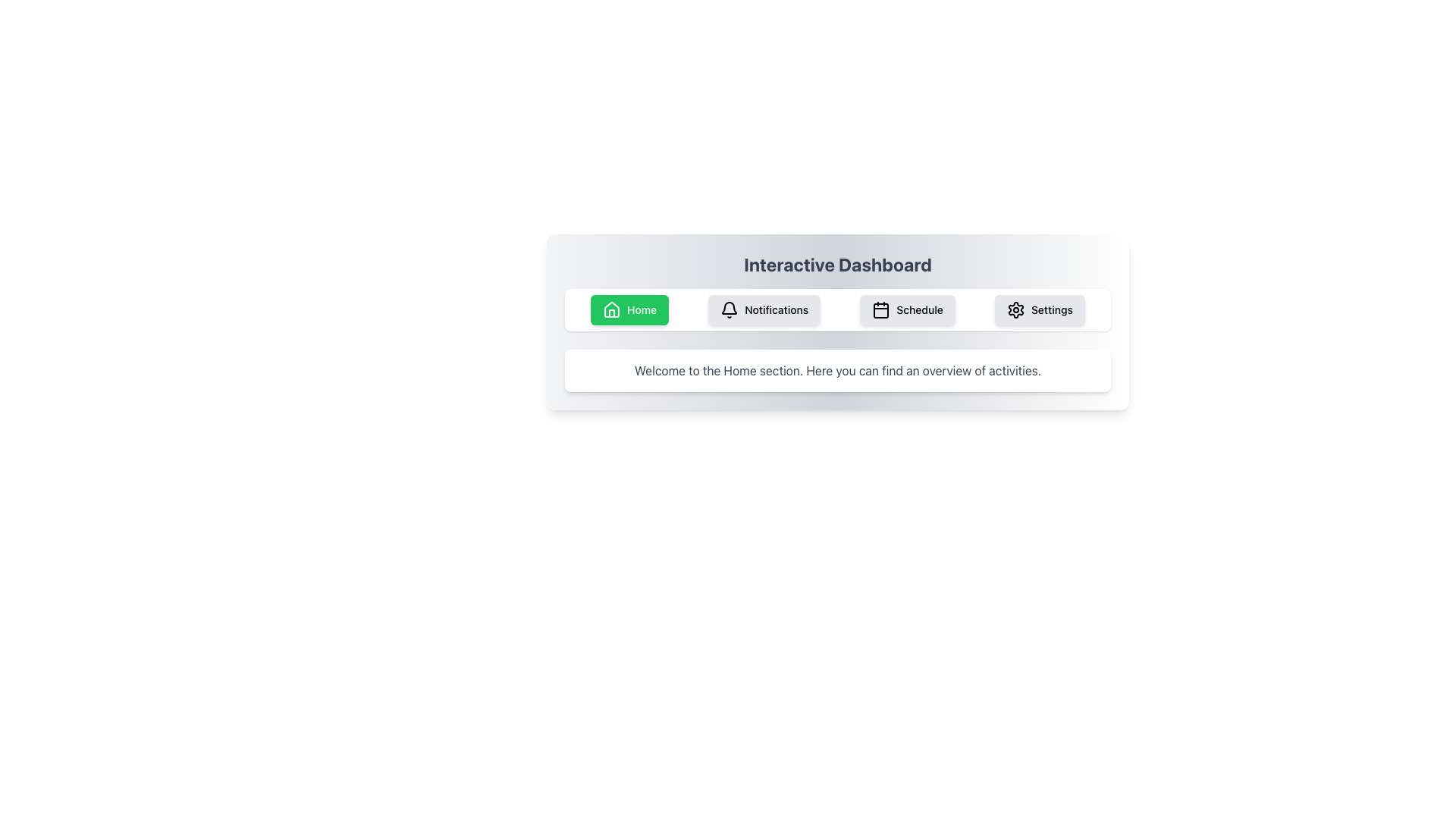 The width and height of the screenshot is (1456, 819). Describe the element at coordinates (836, 263) in the screenshot. I see `the title text element located at the top-center of the interface` at that location.